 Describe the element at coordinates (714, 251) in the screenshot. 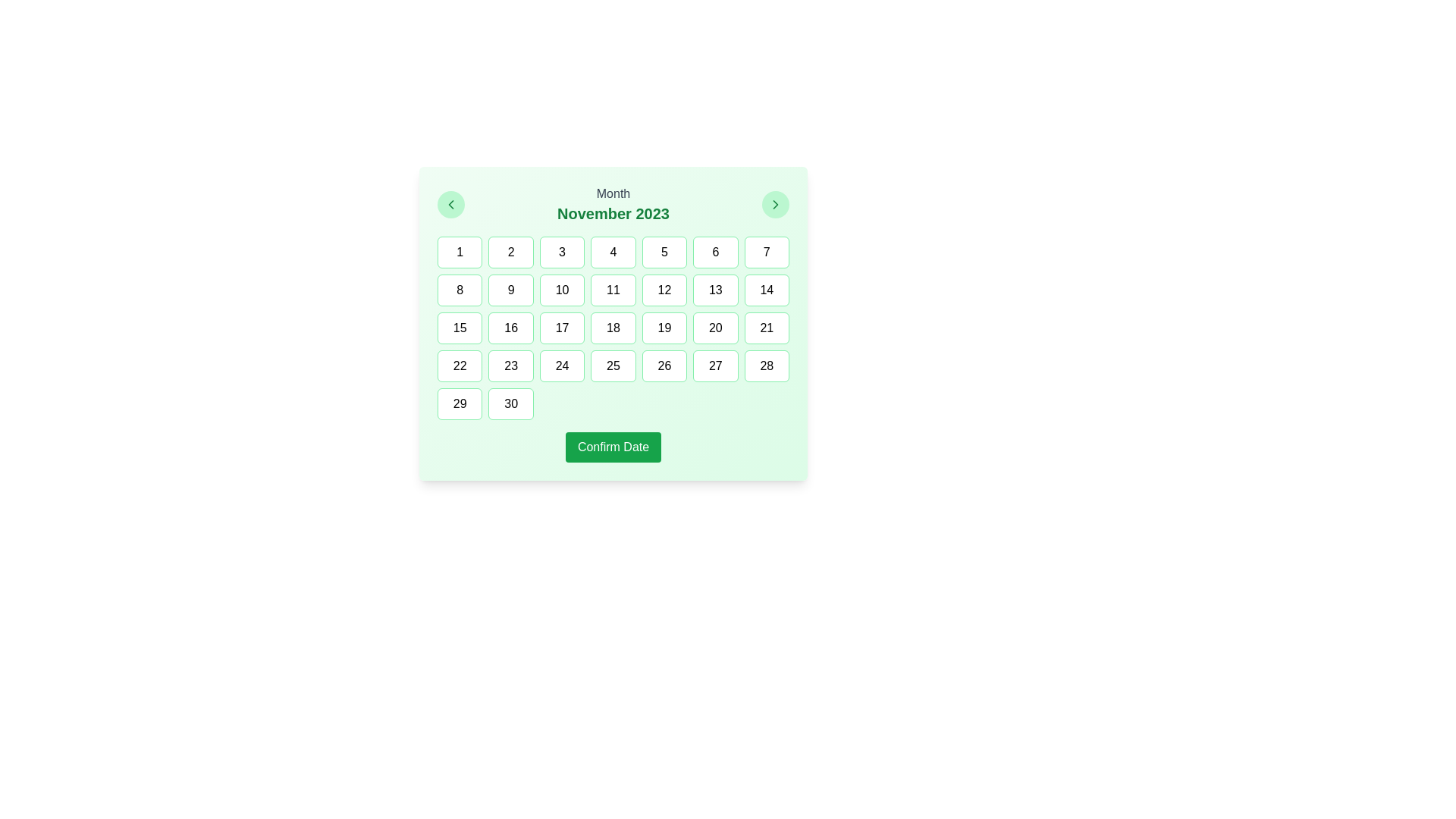

I see `the button labeled '6' in the calendar interface` at that location.